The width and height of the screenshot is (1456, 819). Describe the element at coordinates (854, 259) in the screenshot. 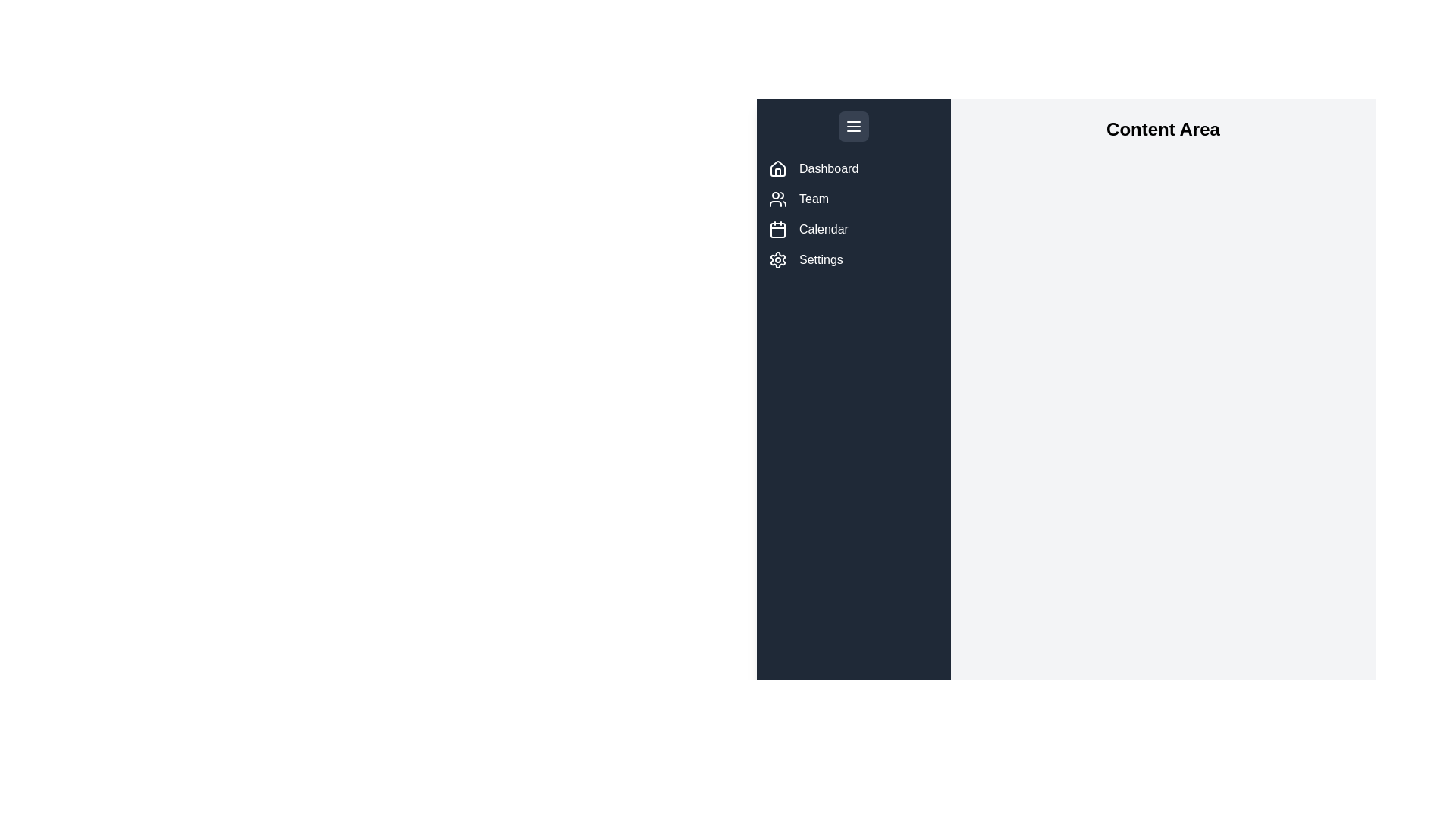

I see `the 'Settings' menu item to navigate to the settings` at that location.